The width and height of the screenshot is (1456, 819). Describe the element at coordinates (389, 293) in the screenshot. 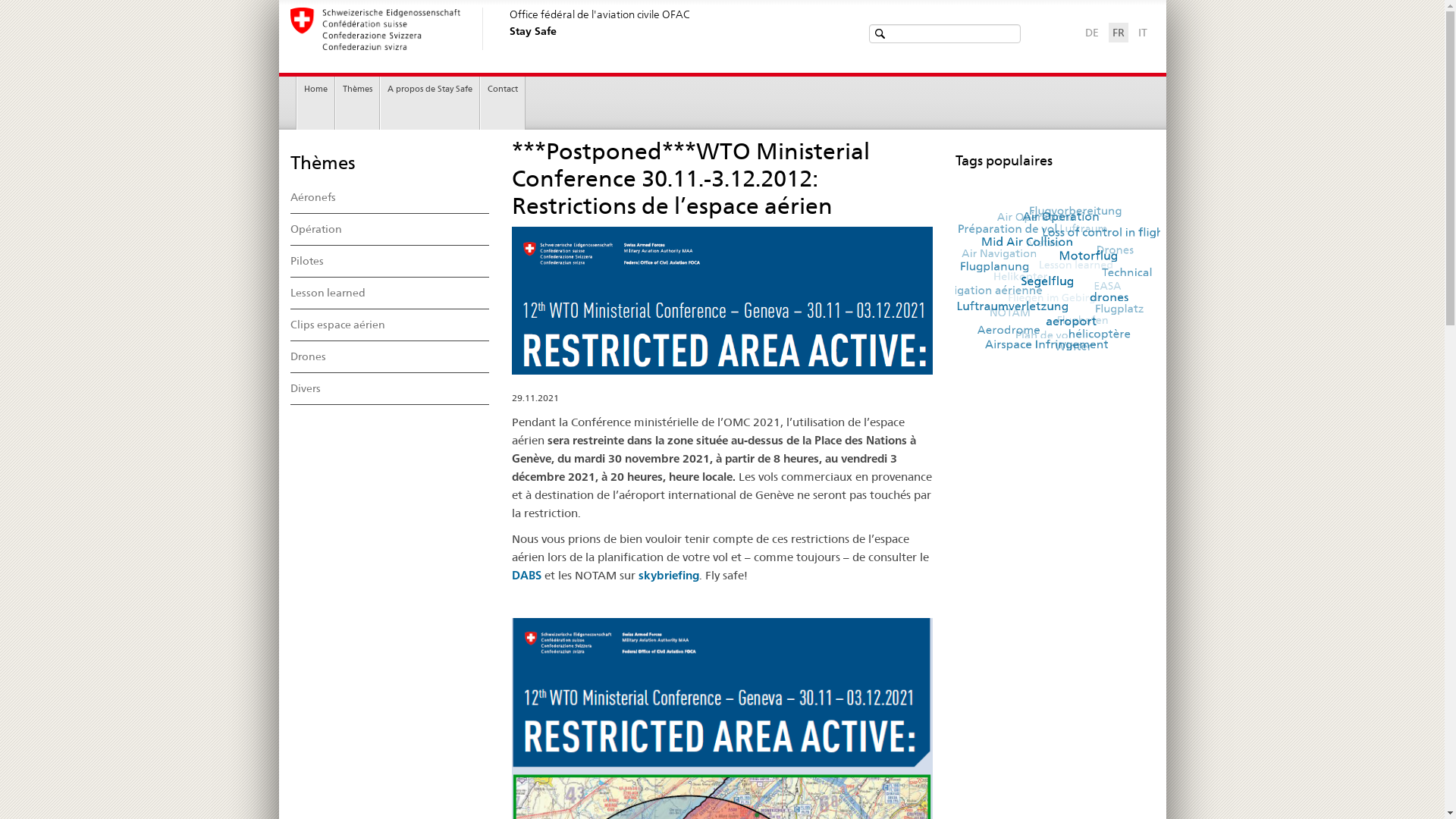

I see `'Lesson learned'` at that location.